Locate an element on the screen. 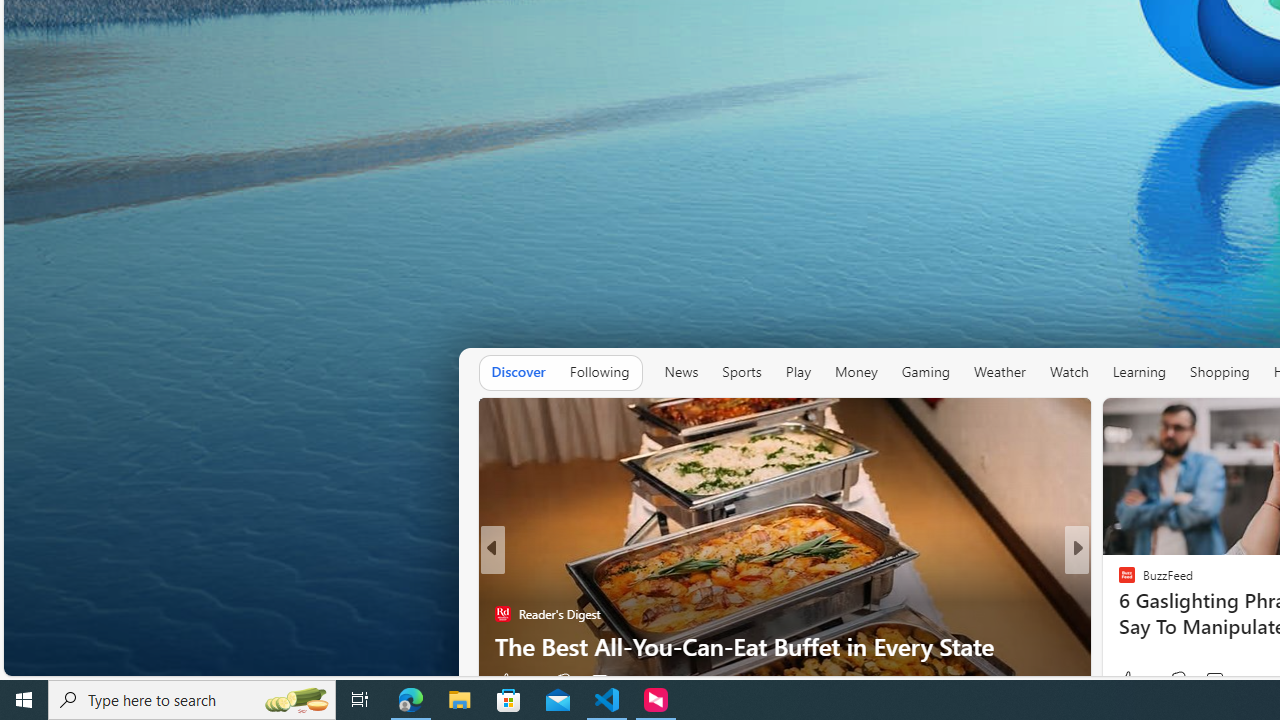  'Discover' is located at coordinates (518, 371).